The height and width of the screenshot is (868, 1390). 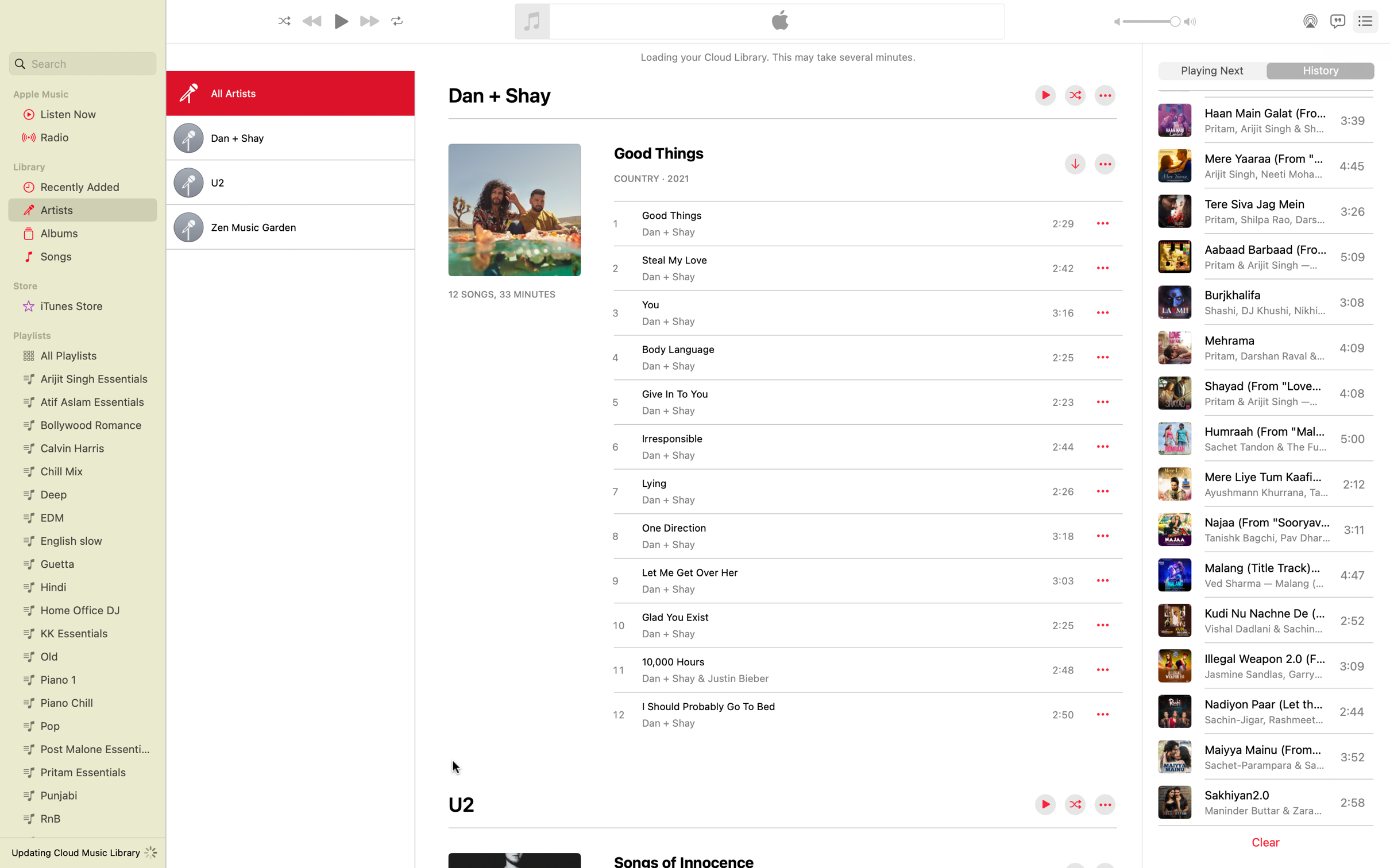 I want to click on Play the song "Mere Yaara, so click(x=1267, y=165).